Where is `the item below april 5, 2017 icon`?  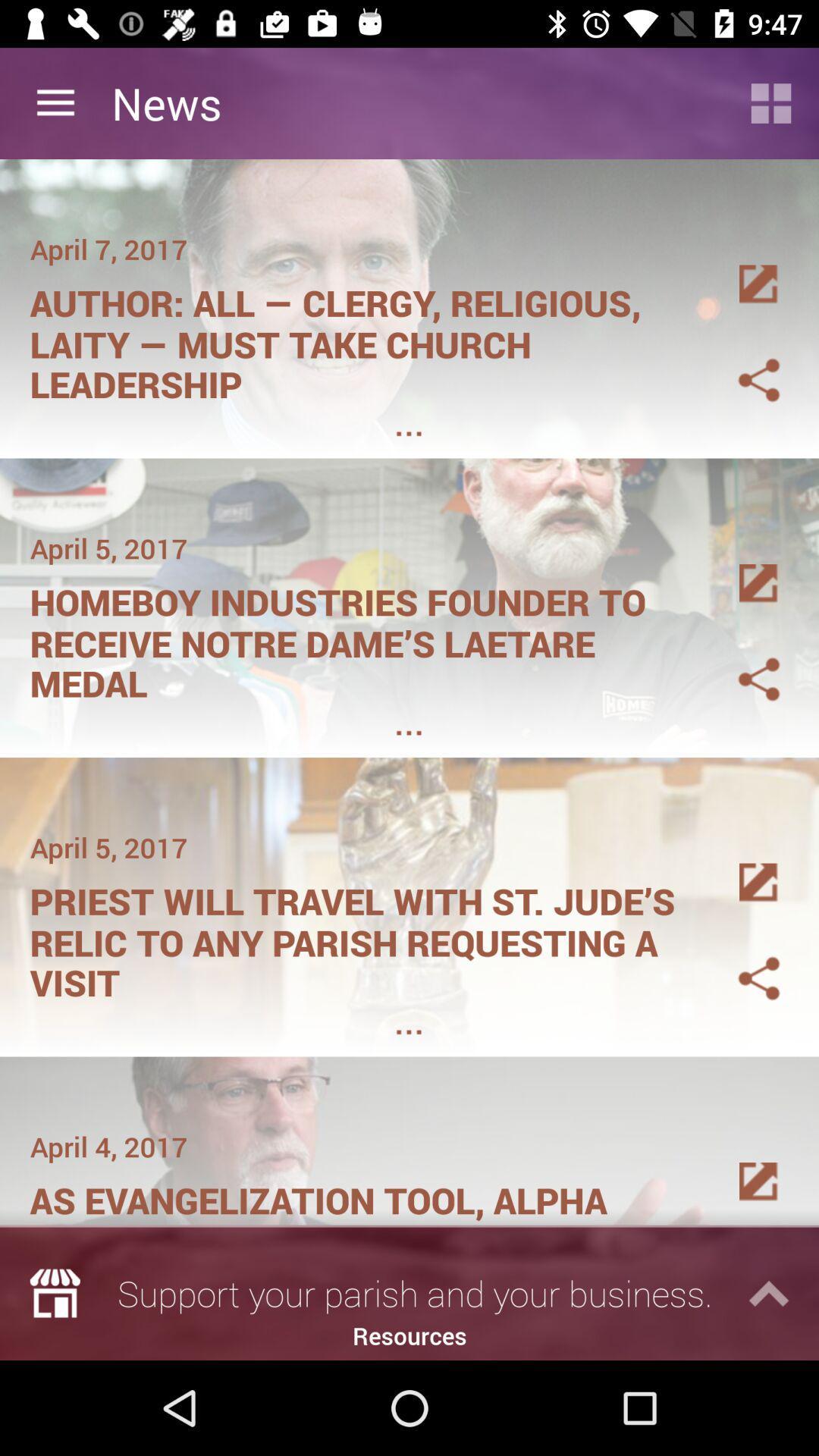
the item below april 5, 2017 icon is located at coordinates (362, 638).